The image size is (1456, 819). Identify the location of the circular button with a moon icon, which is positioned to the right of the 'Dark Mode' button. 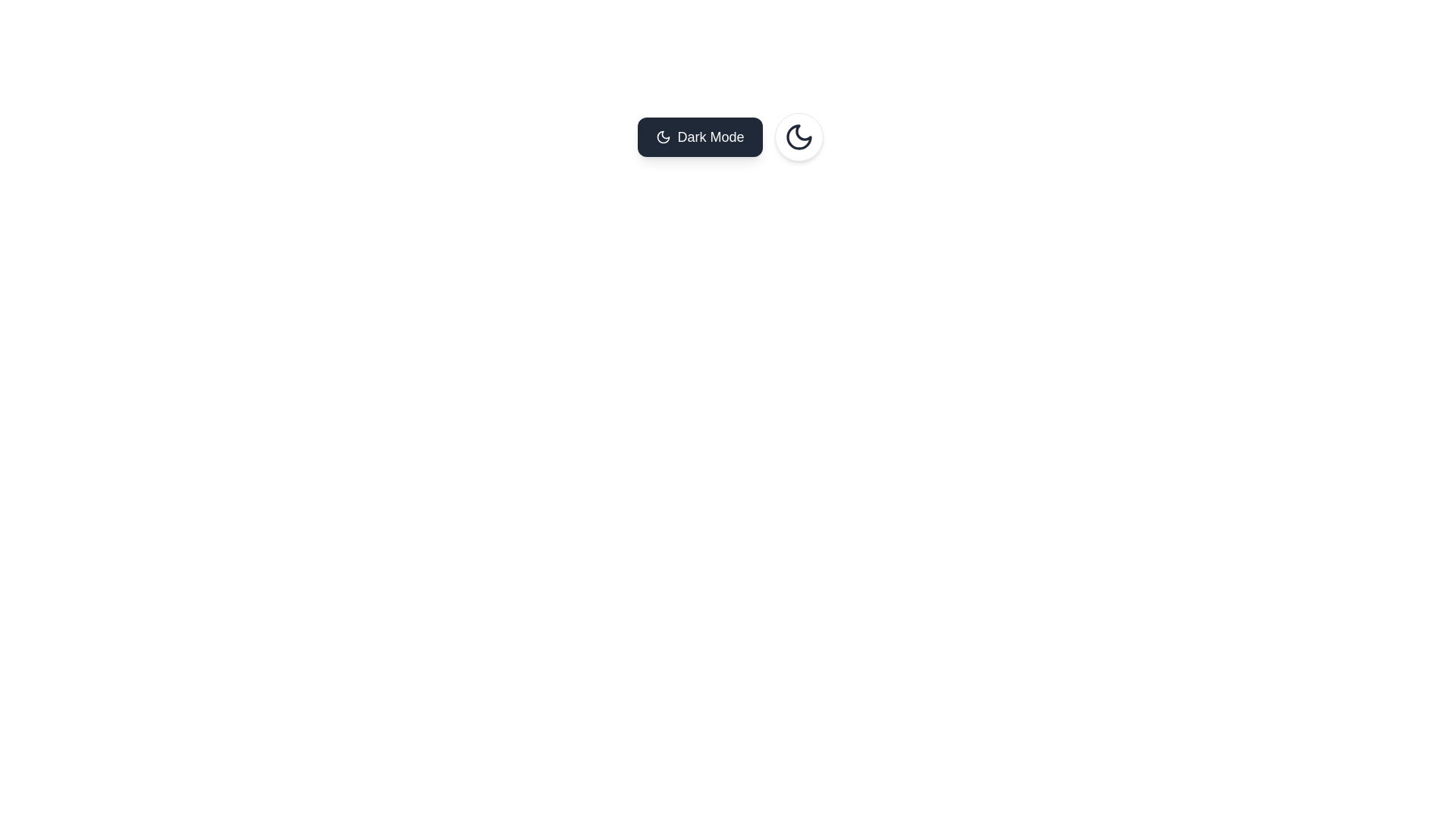
(798, 137).